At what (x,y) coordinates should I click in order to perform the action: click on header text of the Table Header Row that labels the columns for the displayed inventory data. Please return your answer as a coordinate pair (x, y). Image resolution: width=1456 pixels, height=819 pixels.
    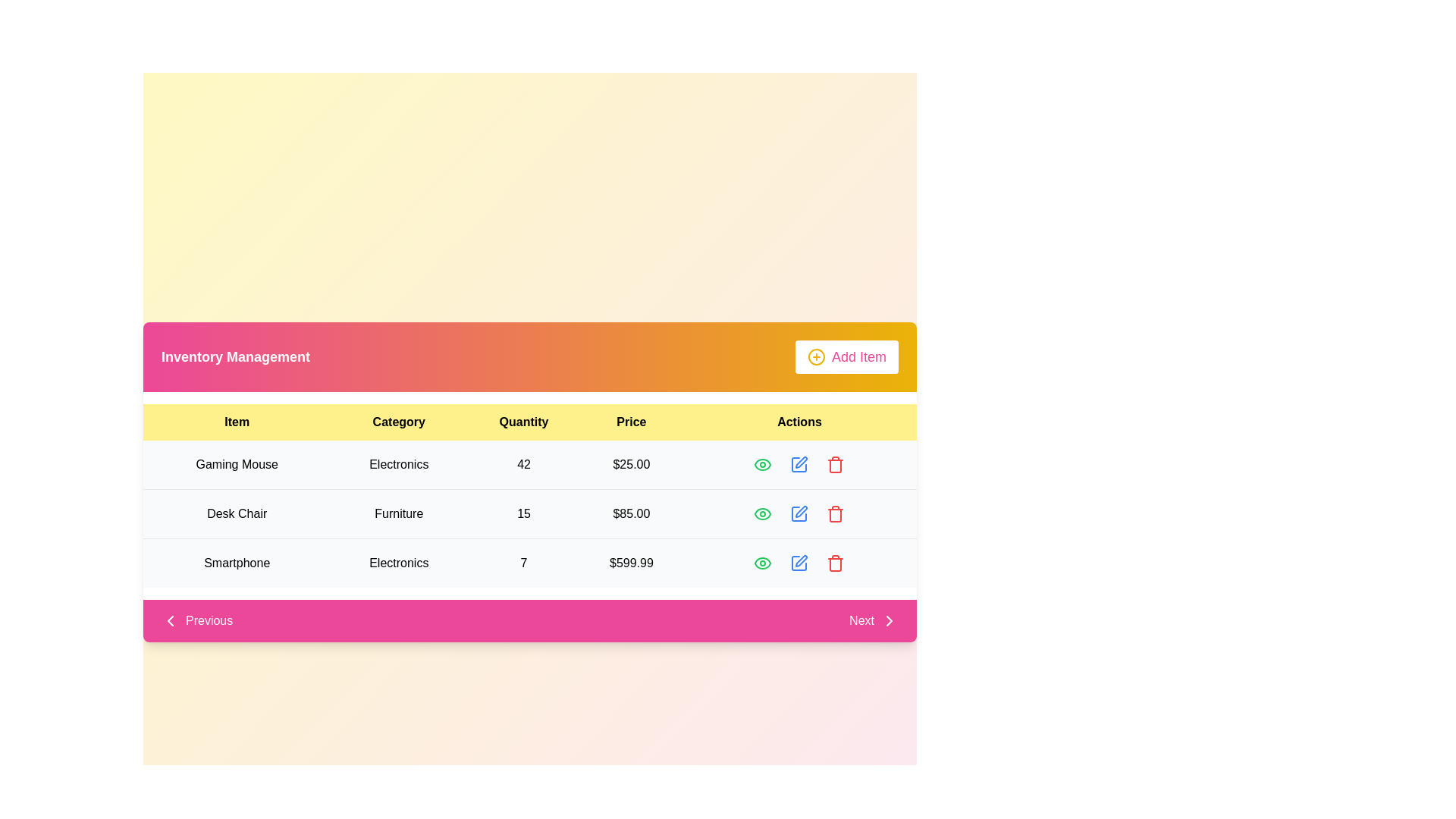
    Looking at the image, I should click on (530, 422).